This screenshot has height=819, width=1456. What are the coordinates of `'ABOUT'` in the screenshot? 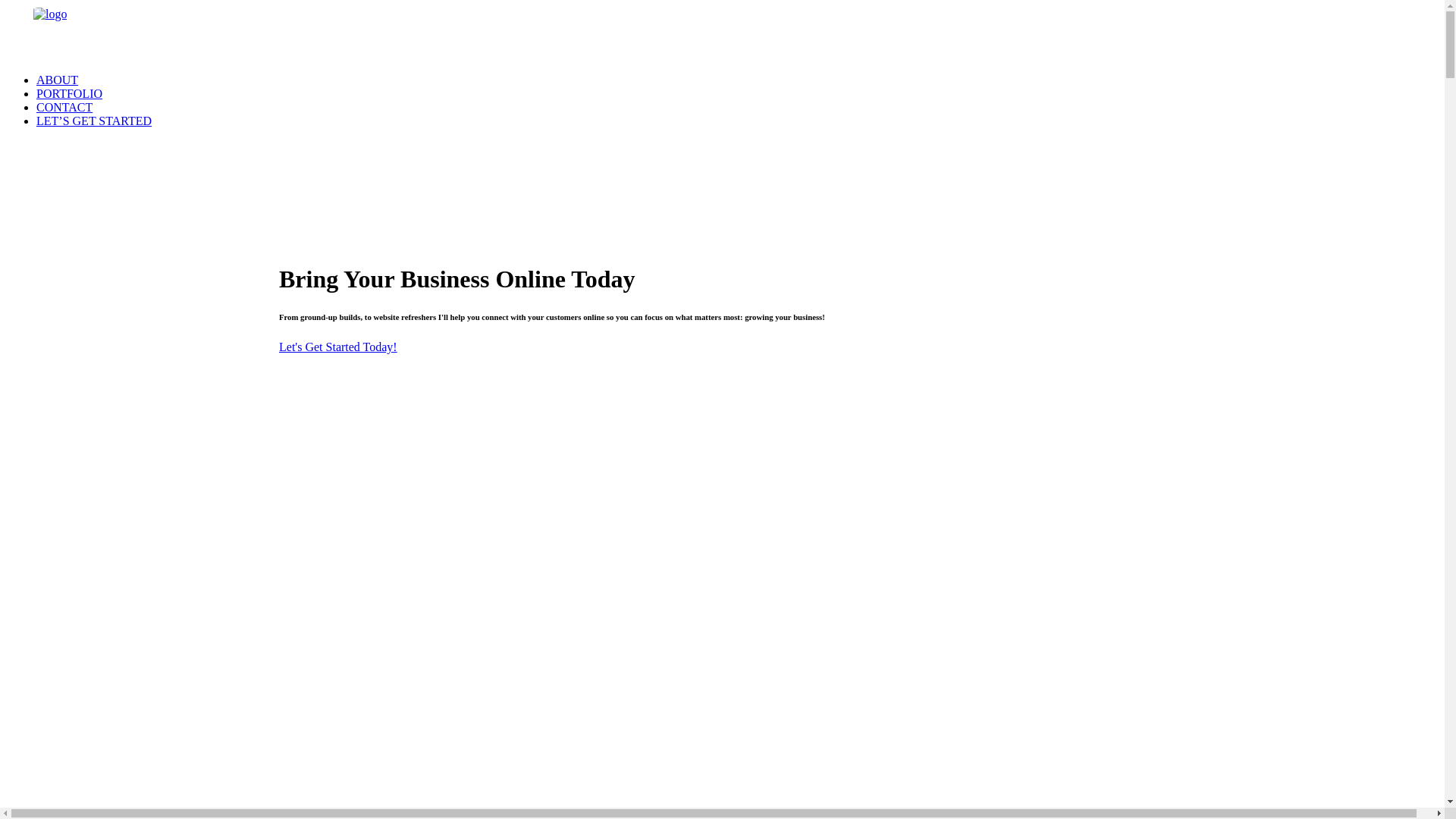 It's located at (57, 80).